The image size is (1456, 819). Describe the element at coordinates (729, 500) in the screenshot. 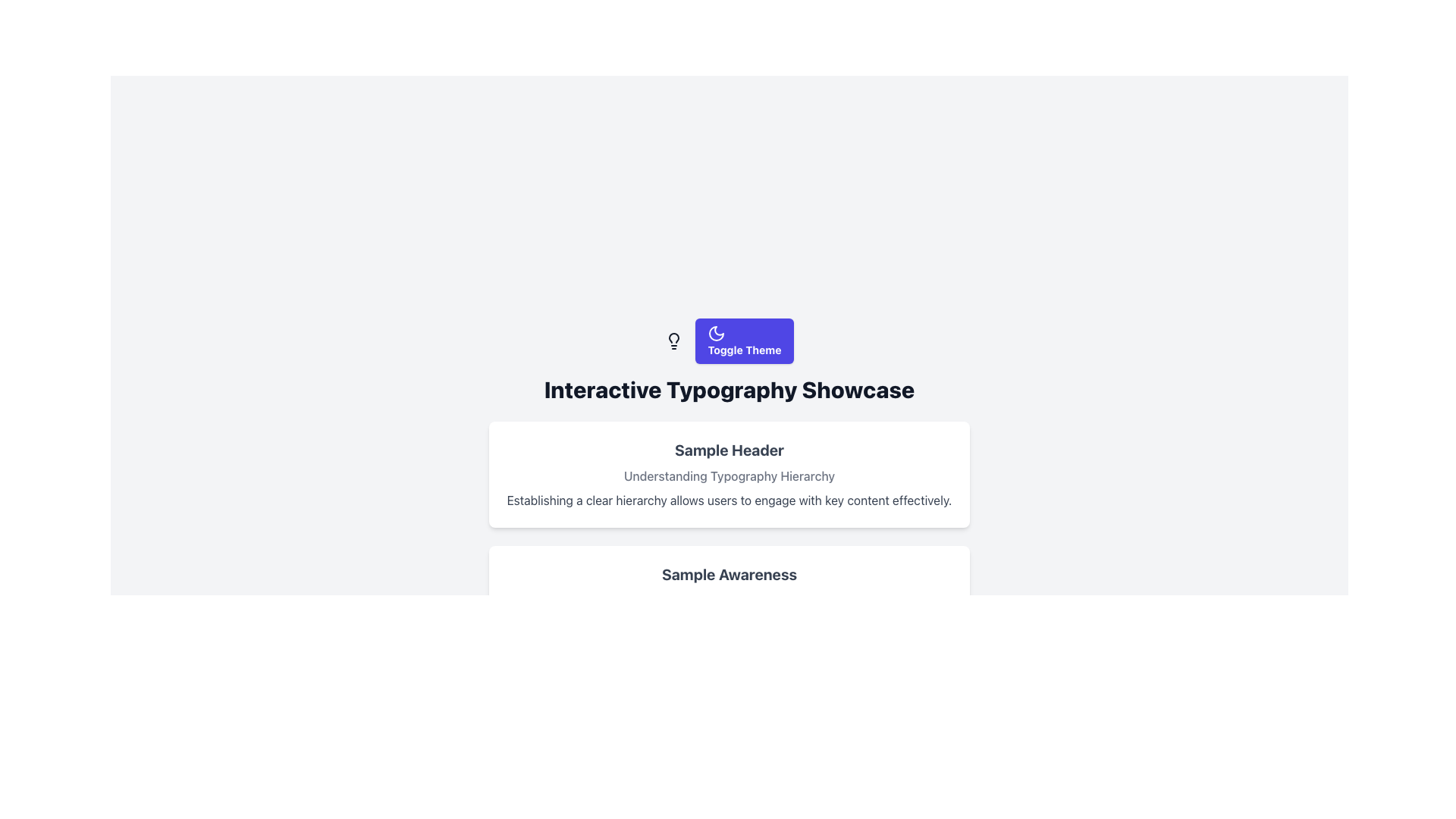

I see `descriptive text label located at the bottom of the card section titled 'Sample Header' and subtitled 'Understanding Typography Hierarchy'` at that location.